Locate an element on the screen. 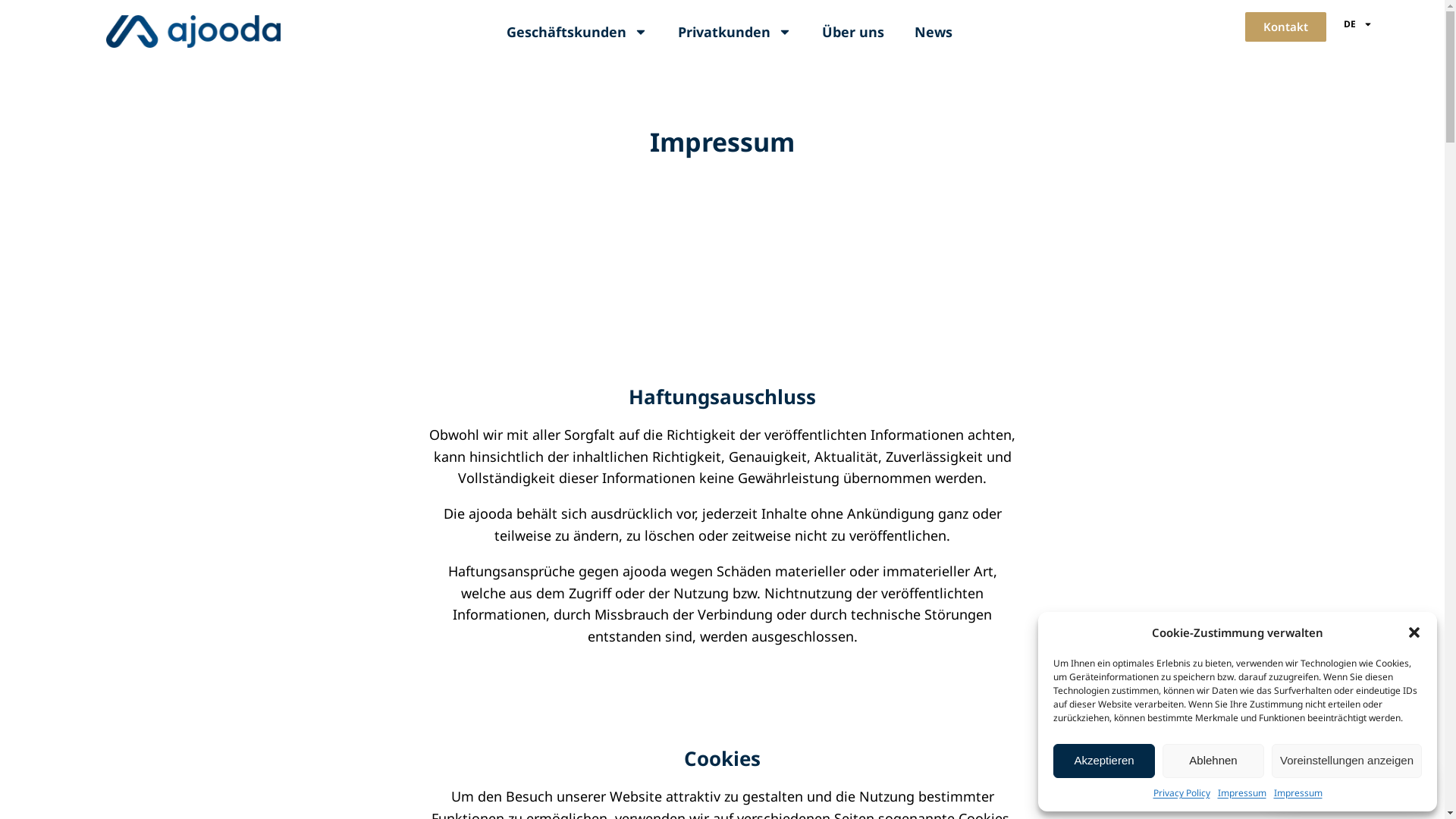  'Impressum' is located at coordinates (1298, 792).